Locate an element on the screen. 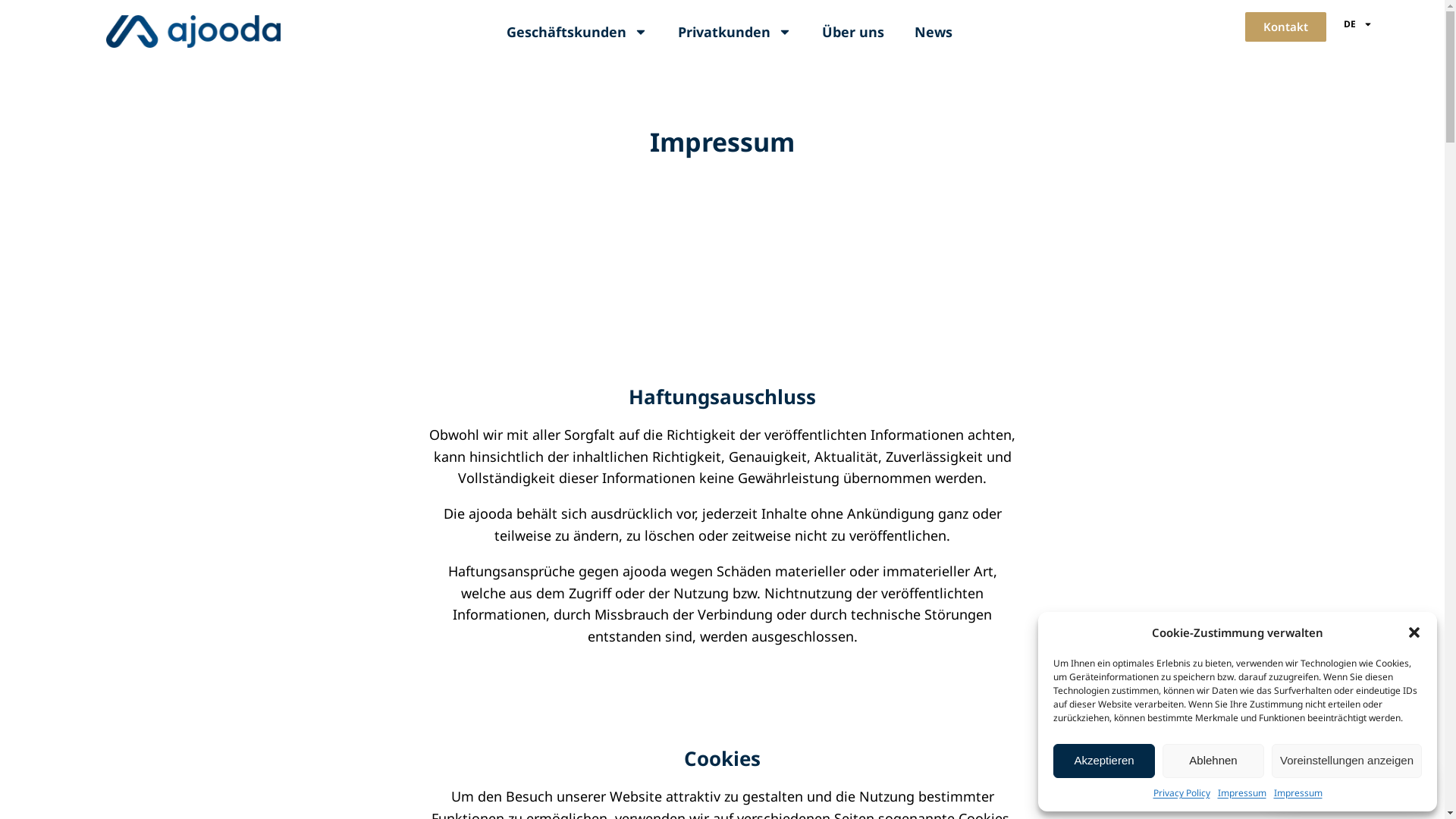  'Impressum' is located at coordinates (1298, 792).